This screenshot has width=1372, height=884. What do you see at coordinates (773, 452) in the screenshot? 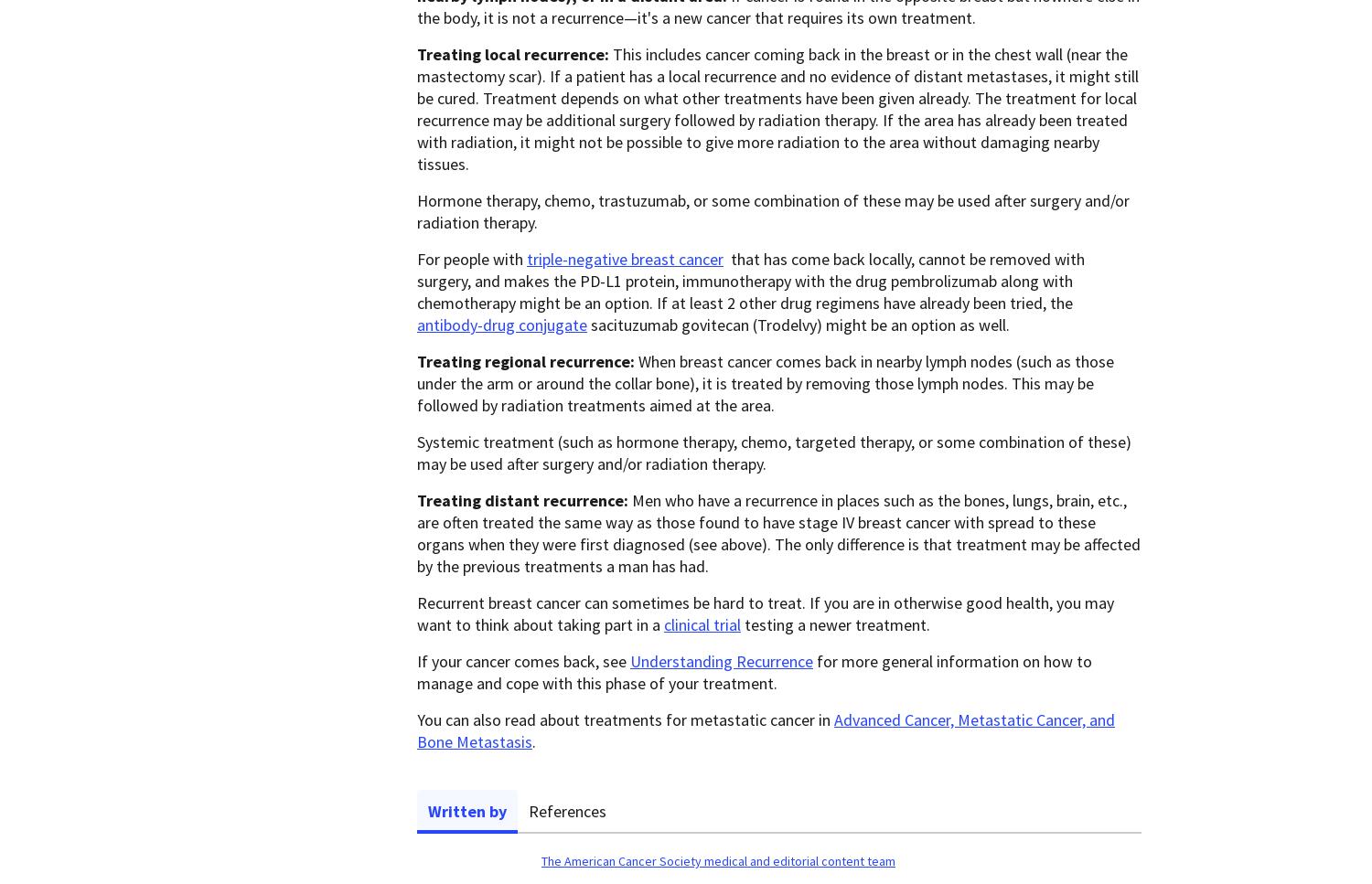
I see `'Systemic treatment (such as hormone therapy, chemo, targeted therapy, or some combination of these) may be used after surgery and/or radiation therapy.'` at bounding box center [773, 452].